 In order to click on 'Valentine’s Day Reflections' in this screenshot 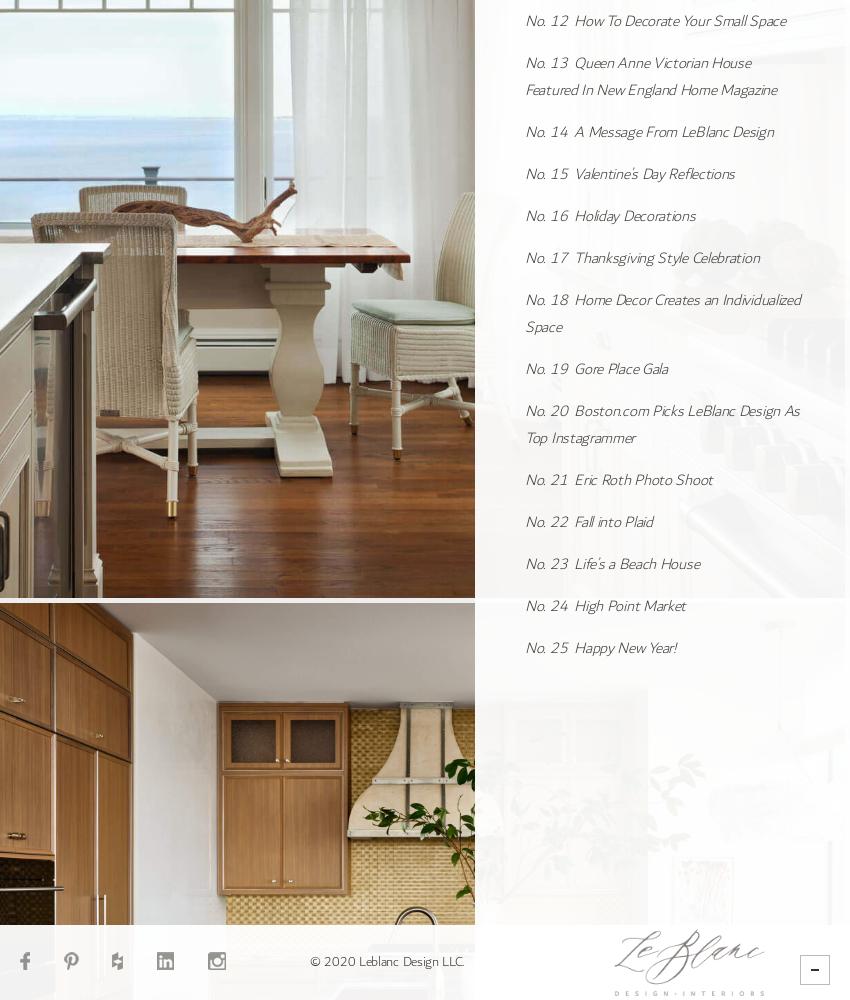, I will do `click(654, 173)`.